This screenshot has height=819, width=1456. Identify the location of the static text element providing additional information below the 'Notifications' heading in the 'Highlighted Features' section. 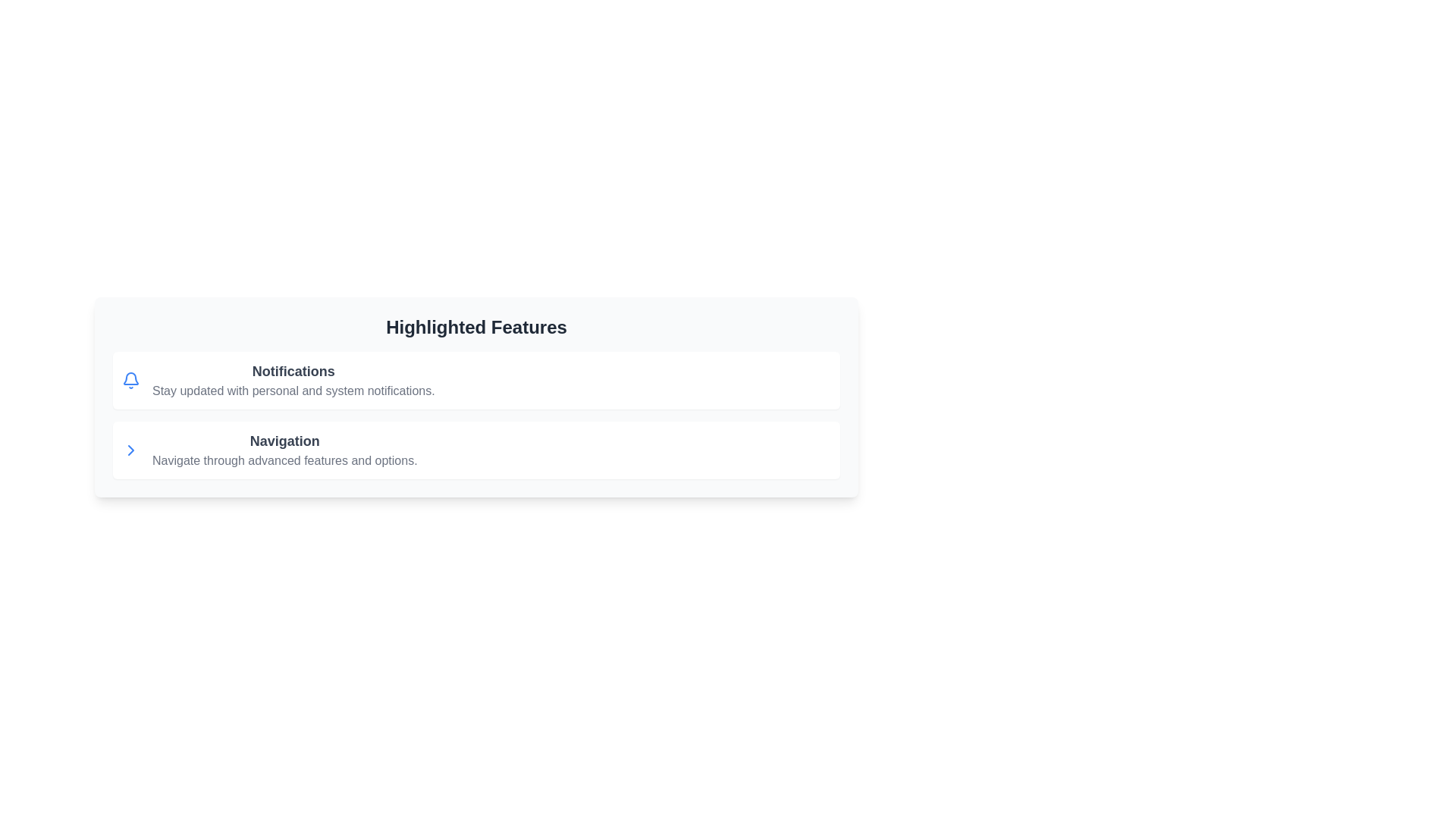
(293, 391).